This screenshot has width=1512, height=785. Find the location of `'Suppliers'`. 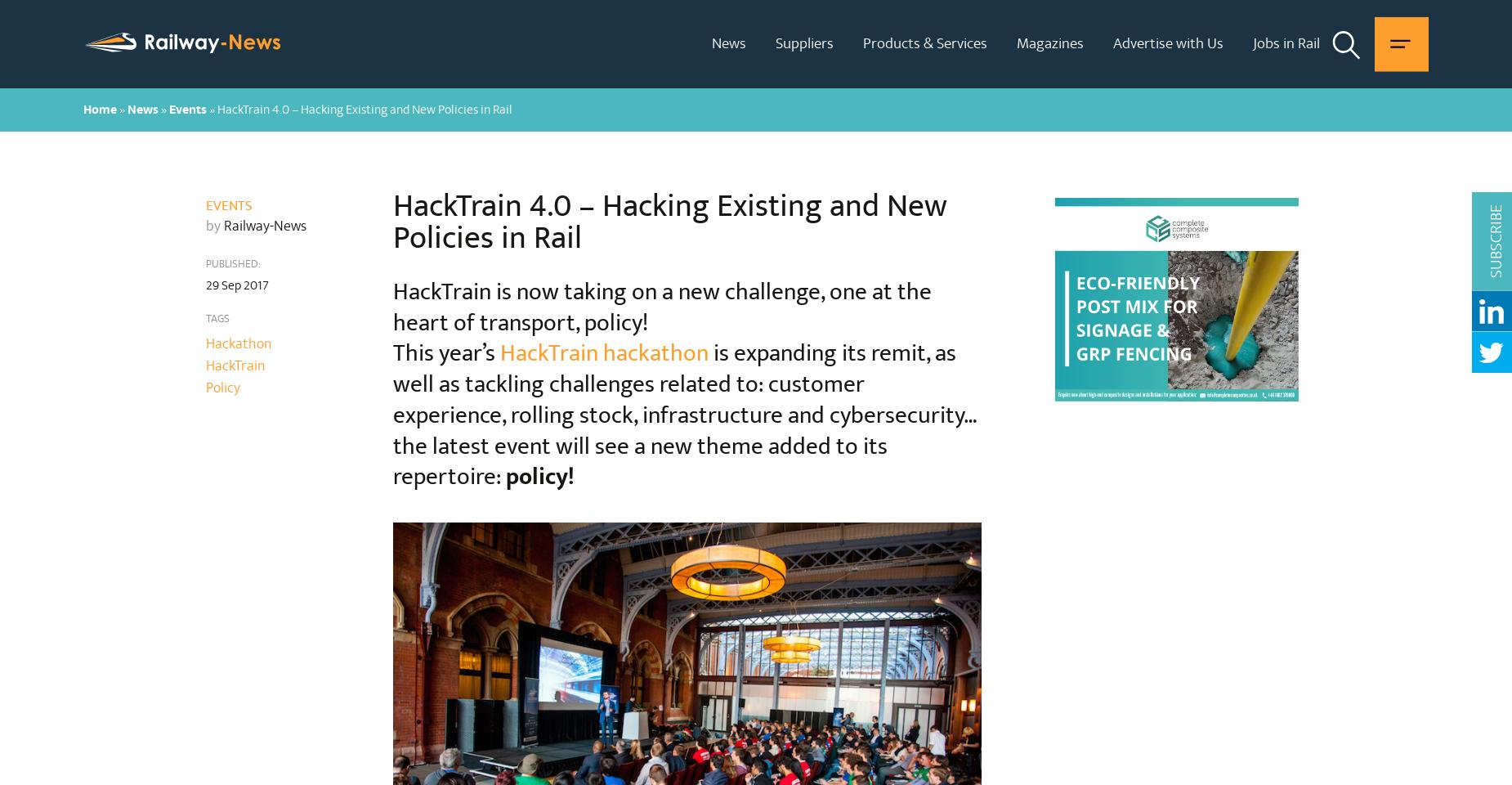

'Suppliers' is located at coordinates (775, 42).